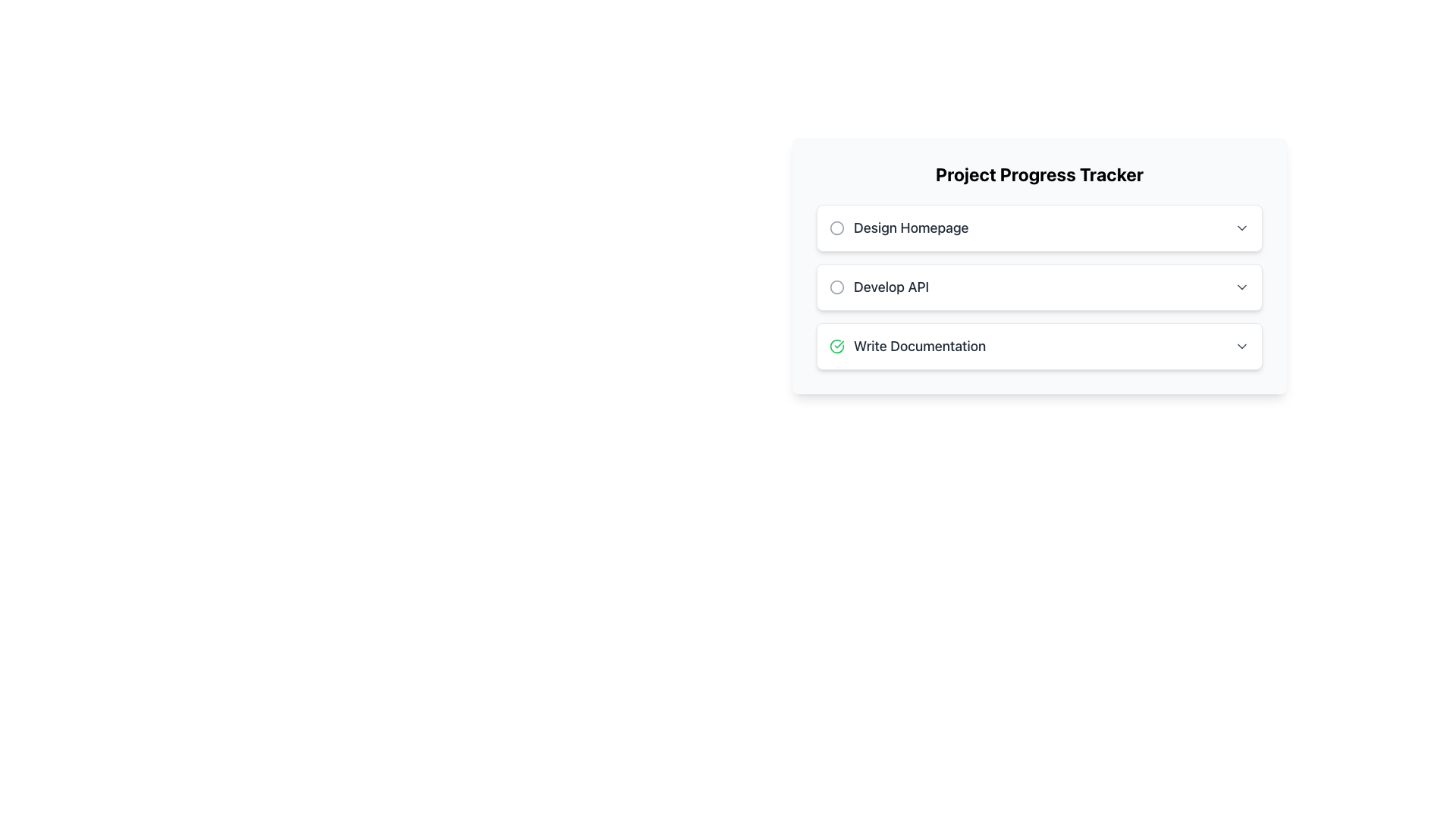 The image size is (1456, 819). Describe the element at coordinates (1039, 287) in the screenshot. I see `the right-sided arrow button for task actions in the 'Develop API' section of the Task description card located in the 'Project Progress Tracker'` at that location.